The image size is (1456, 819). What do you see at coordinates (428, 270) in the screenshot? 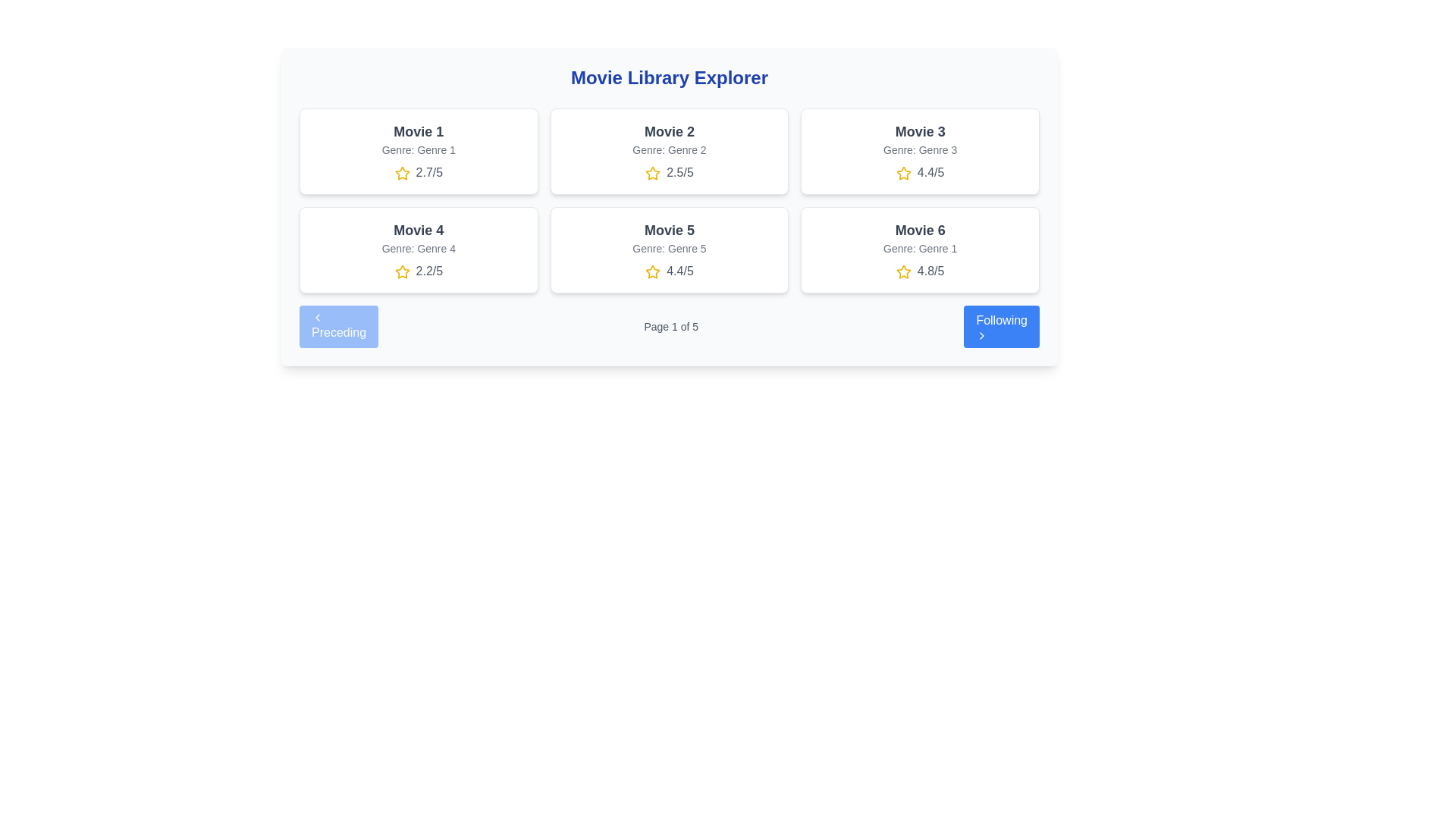
I see `the static text that represents the rating value for 'Movie 4', located in the bottom-left card of the grid layout, adjacent to a yellow star icon` at bounding box center [428, 270].